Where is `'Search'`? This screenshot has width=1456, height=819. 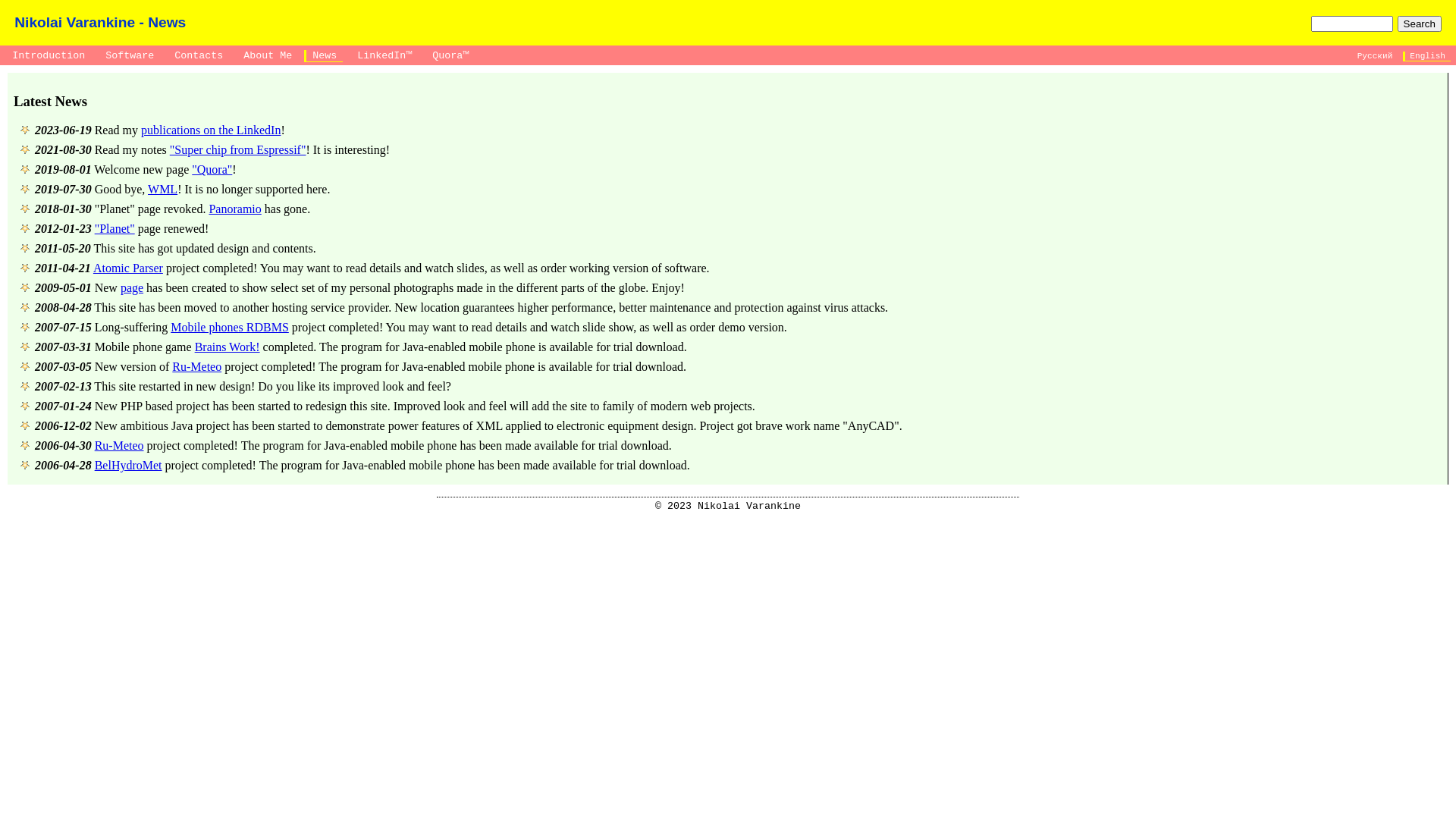
'Search' is located at coordinates (1419, 24).